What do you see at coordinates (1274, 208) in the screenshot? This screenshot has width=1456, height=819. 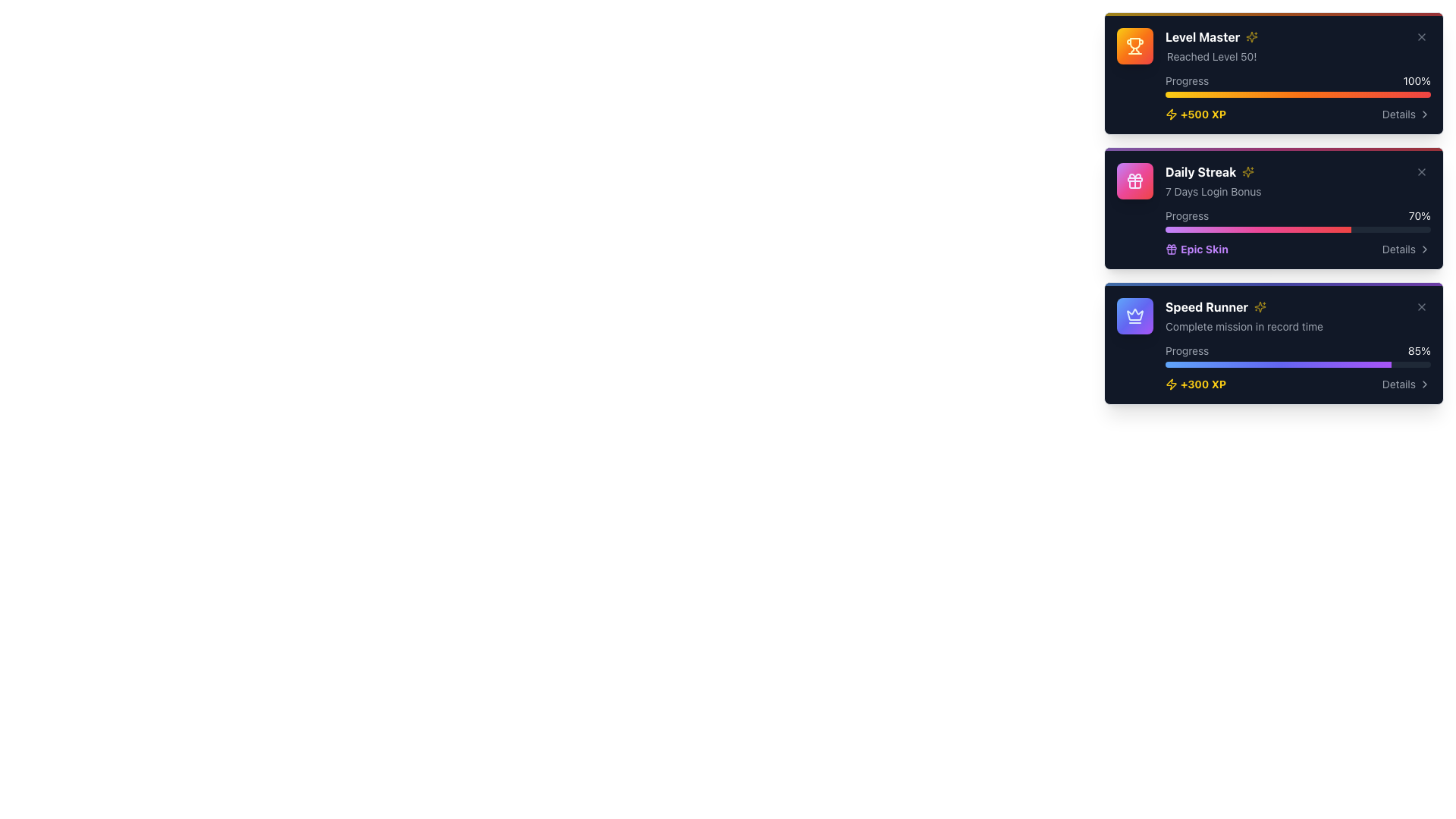 I see `the Information Card displaying user's streak-related achievement, which is the second card in a vertically stacked list of three cards, to interact with its details` at bounding box center [1274, 208].